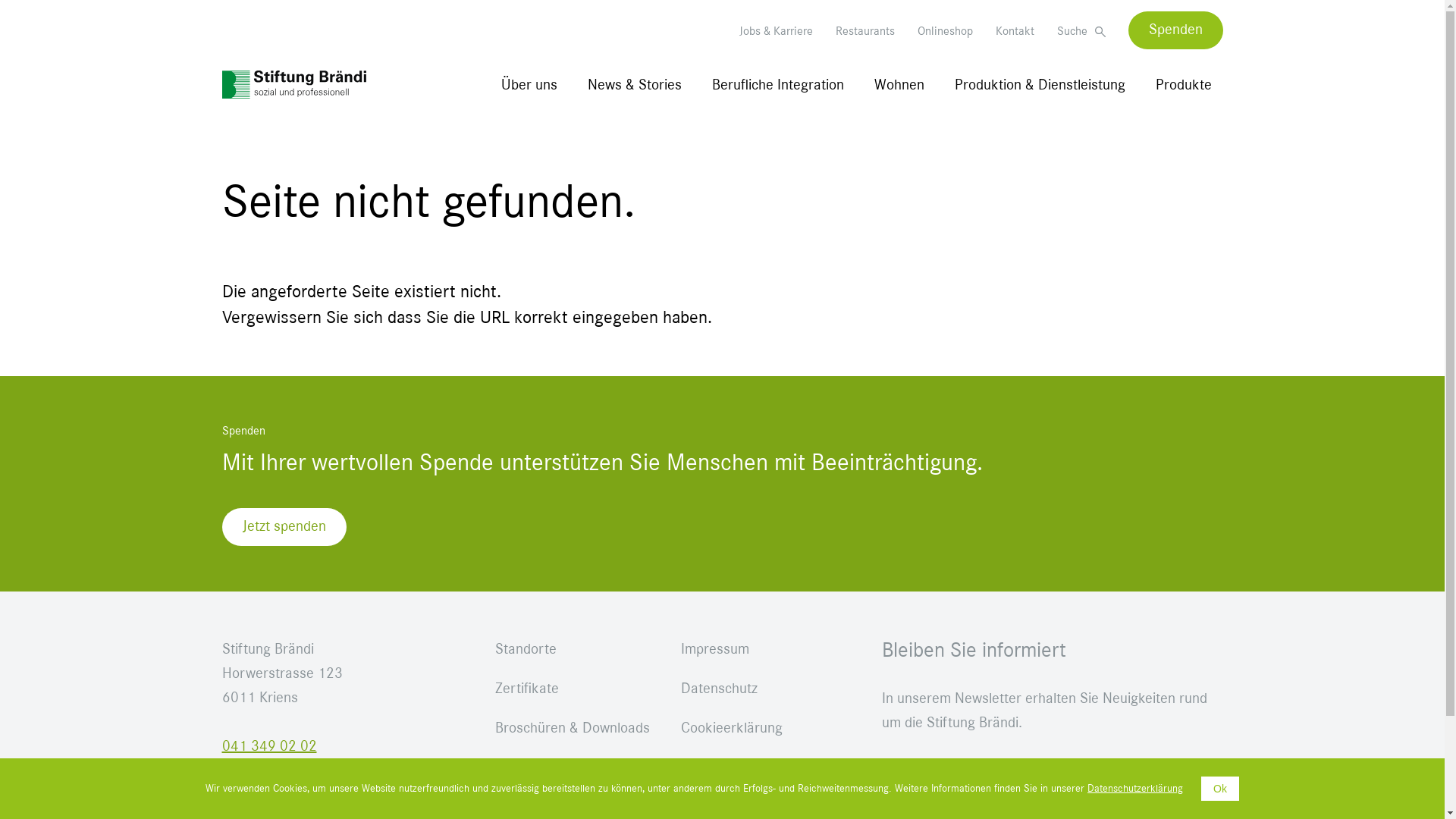 Image resolution: width=1456 pixels, height=819 pixels. I want to click on 'stiftung@braendi.ch', so click(283, 770).